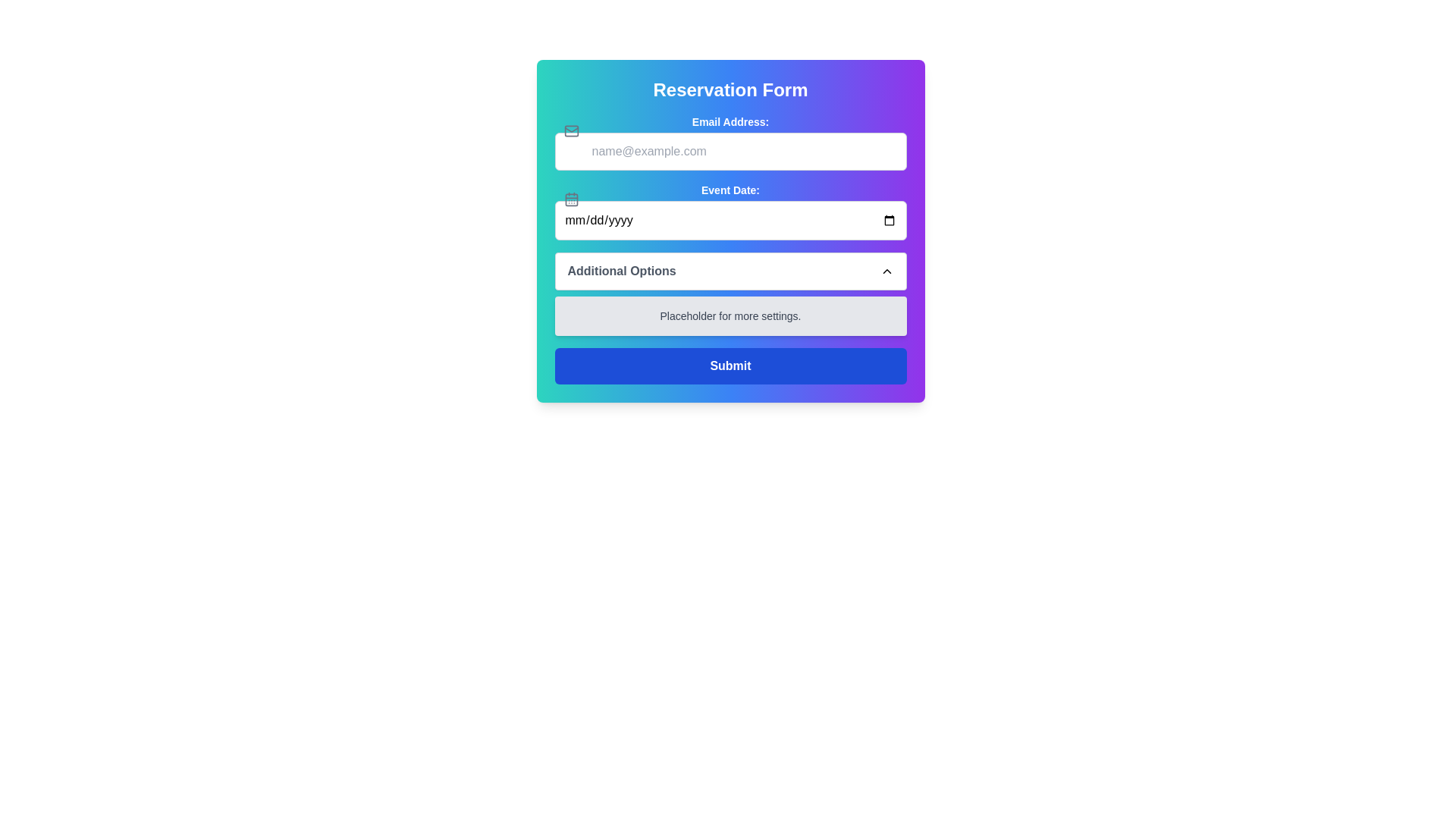 The width and height of the screenshot is (1456, 819). Describe the element at coordinates (570, 199) in the screenshot. I see `the background of the calendar icon, which is a compact rectangle with rounded corners, positioned to the left of the 'Event Date' input field` at that location.